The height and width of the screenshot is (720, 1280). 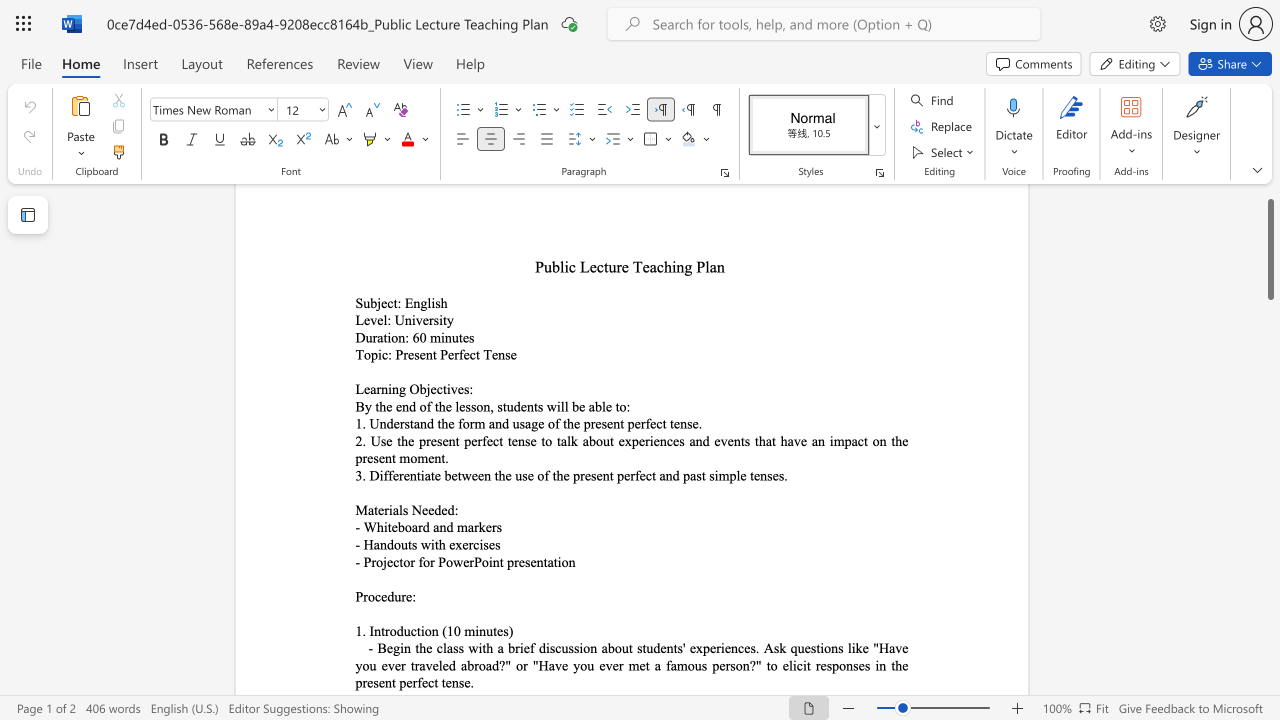 I want to click on the scrollbar and move up 10 pixels, so click(x=1269, y=248).